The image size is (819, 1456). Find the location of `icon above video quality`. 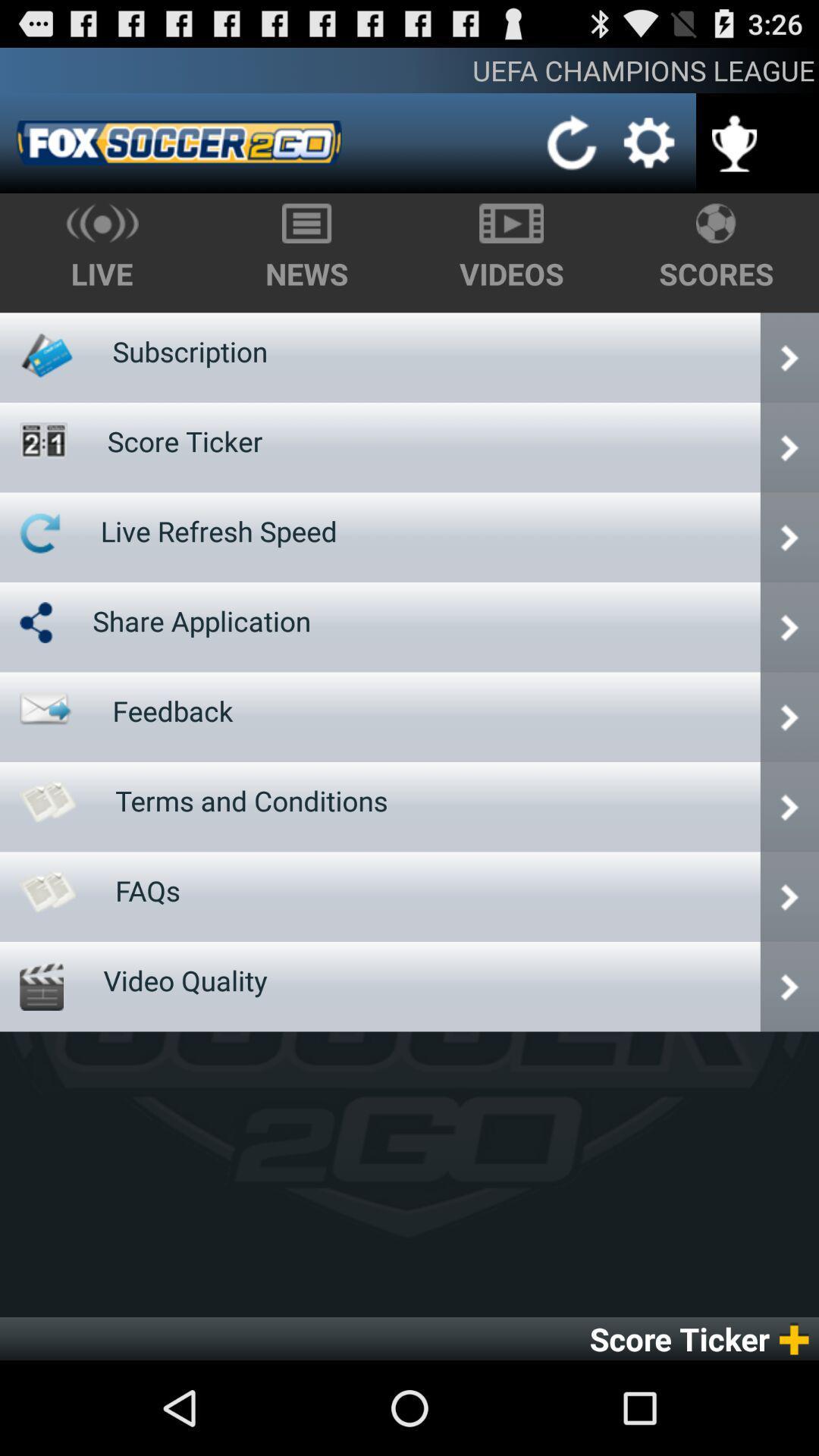

icon above video quality is located at coordinates (148, 890).